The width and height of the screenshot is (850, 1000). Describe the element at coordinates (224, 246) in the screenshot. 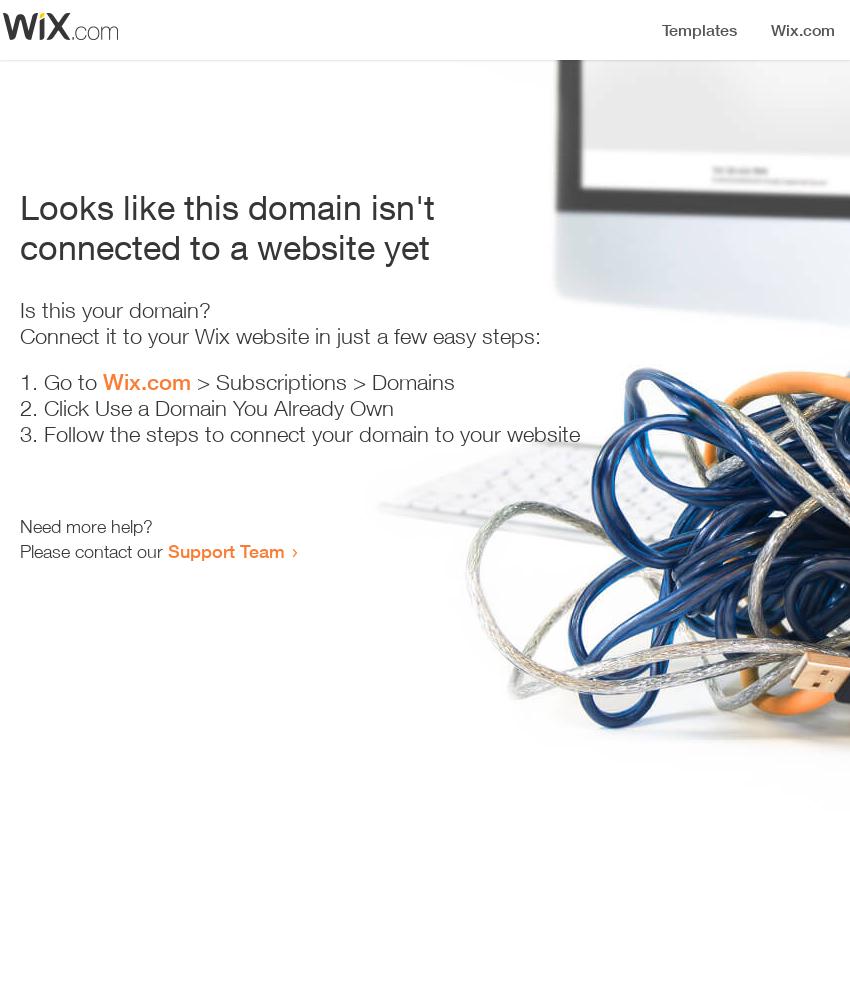

I see `'connected to a website yet'` at that location.